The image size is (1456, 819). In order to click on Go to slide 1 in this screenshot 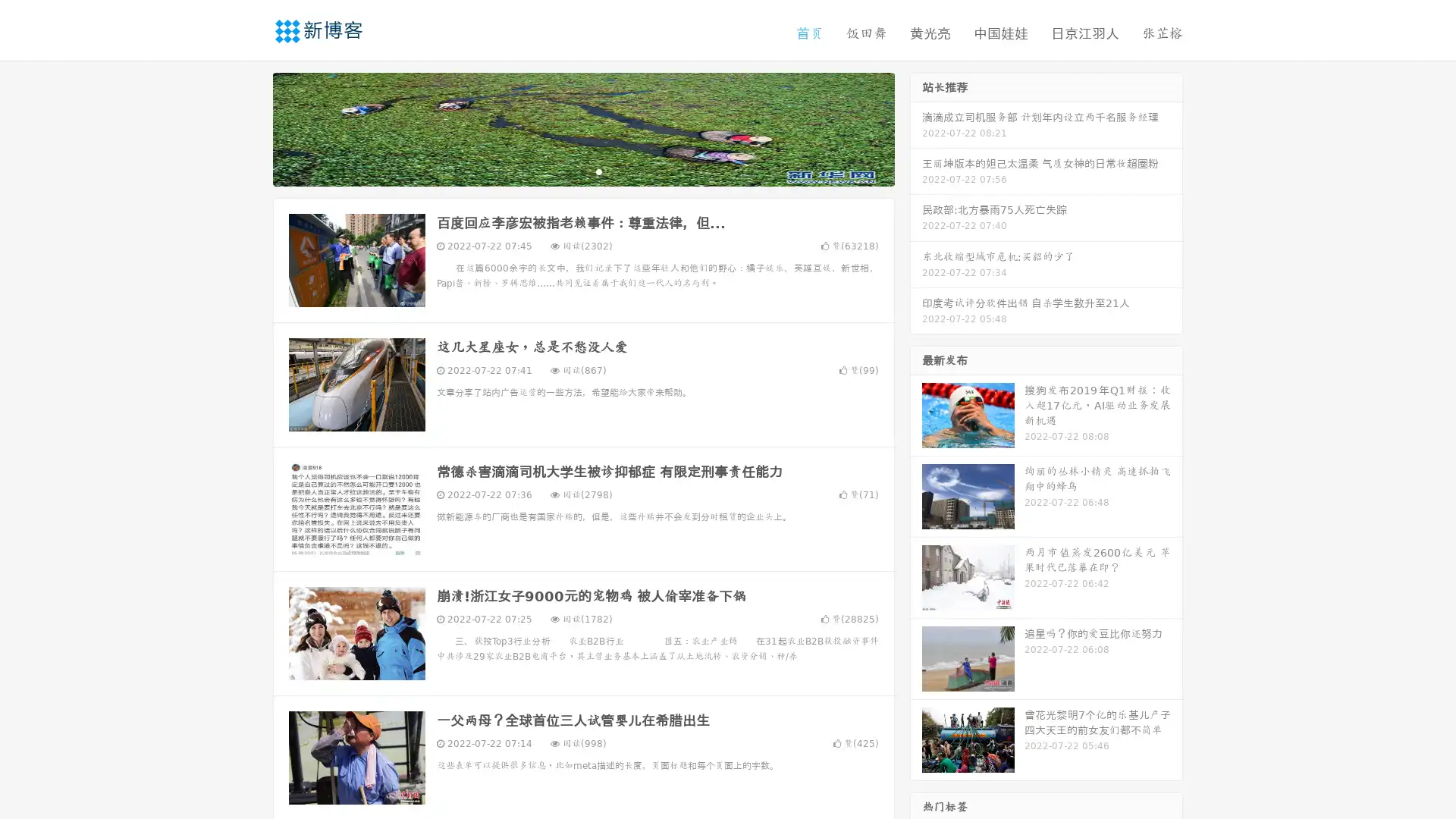, I will do `click(567, 171)`.